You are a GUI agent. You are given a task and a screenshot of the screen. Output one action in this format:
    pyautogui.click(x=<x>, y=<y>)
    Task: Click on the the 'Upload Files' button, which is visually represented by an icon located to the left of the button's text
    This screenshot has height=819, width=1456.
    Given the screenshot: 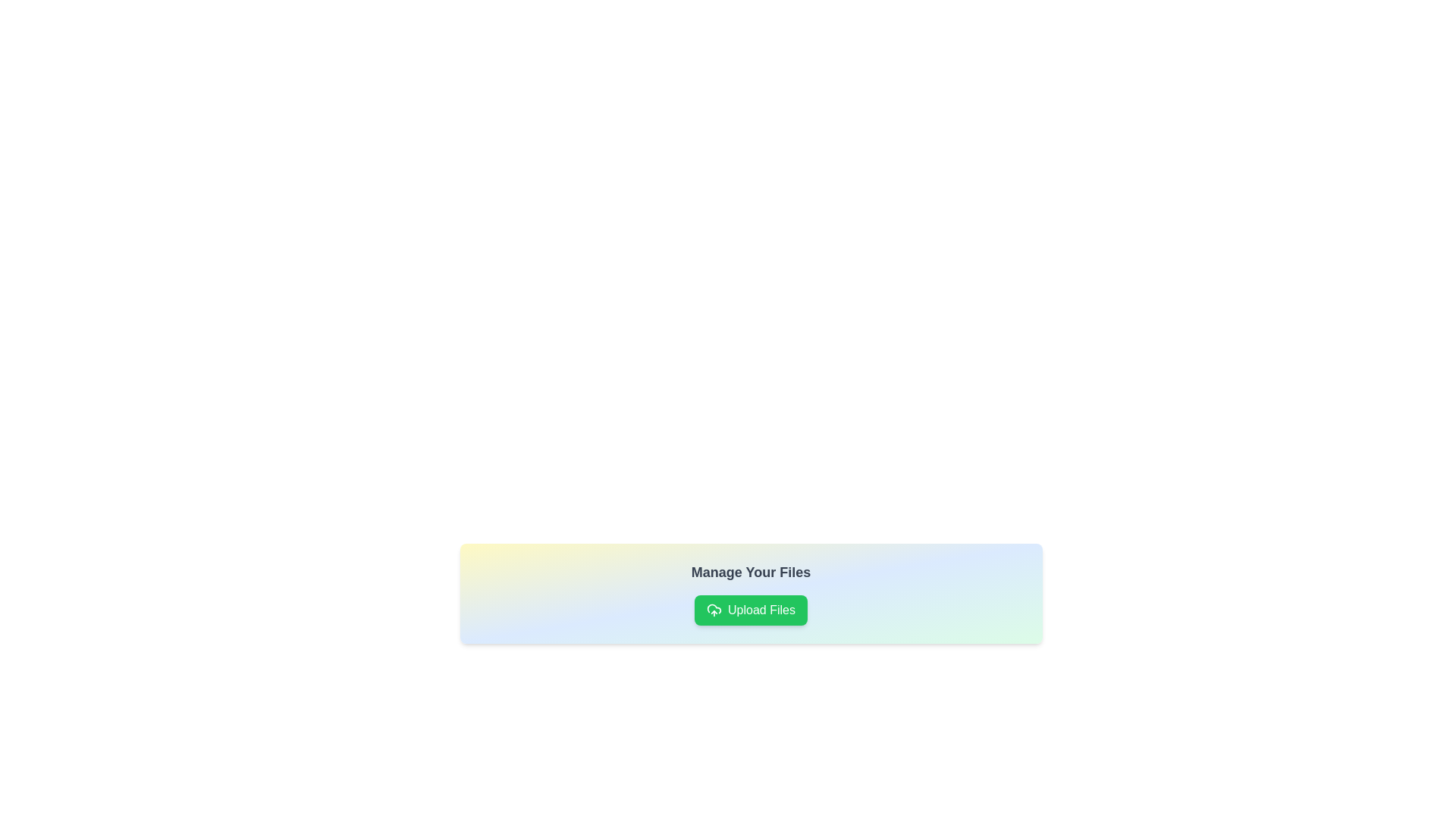 What is the action you would take?
    pyautogui.click(x=713, y=610)
    